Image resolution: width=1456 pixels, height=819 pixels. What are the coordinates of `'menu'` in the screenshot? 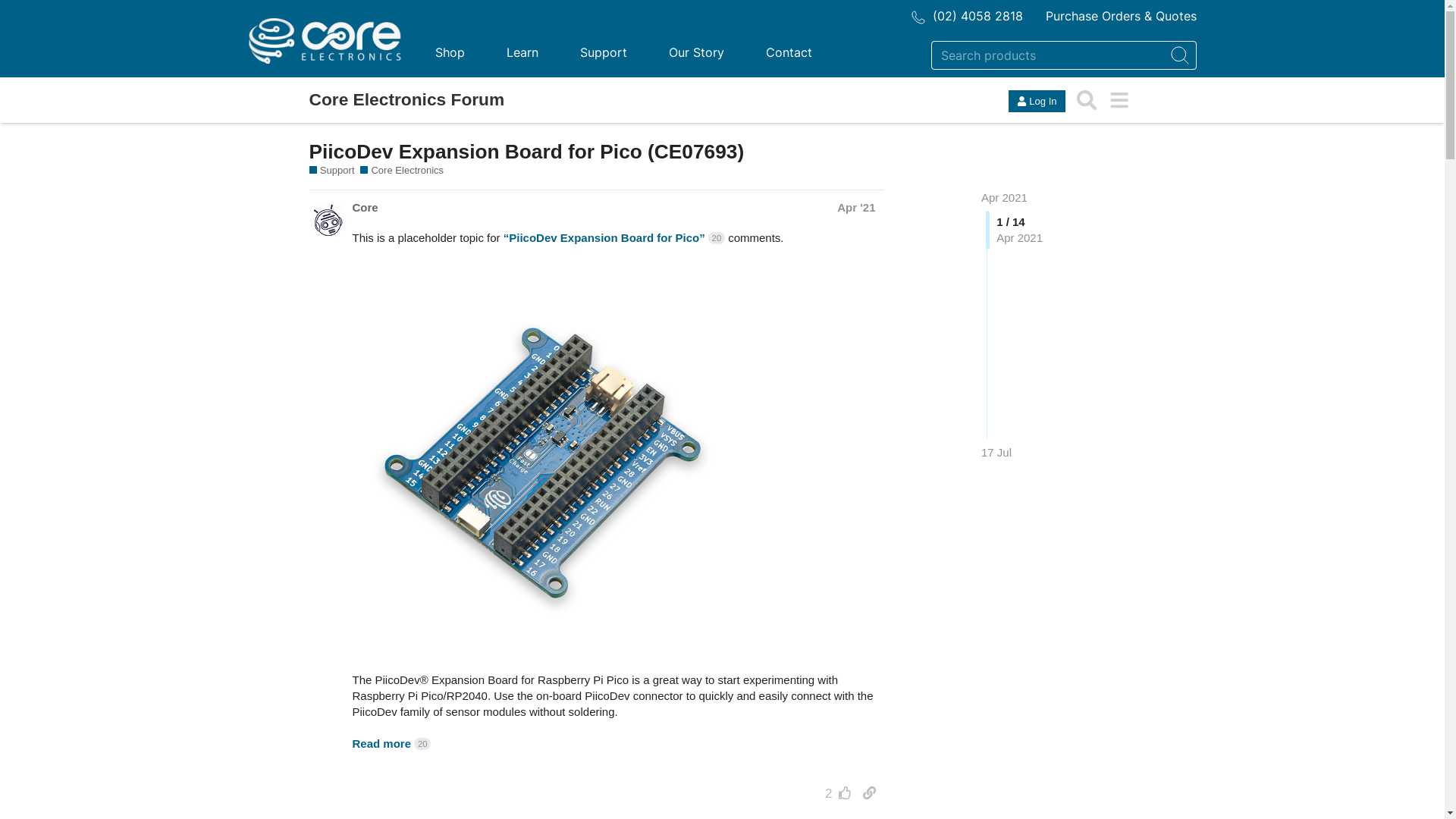 It's located at (1103, 100).